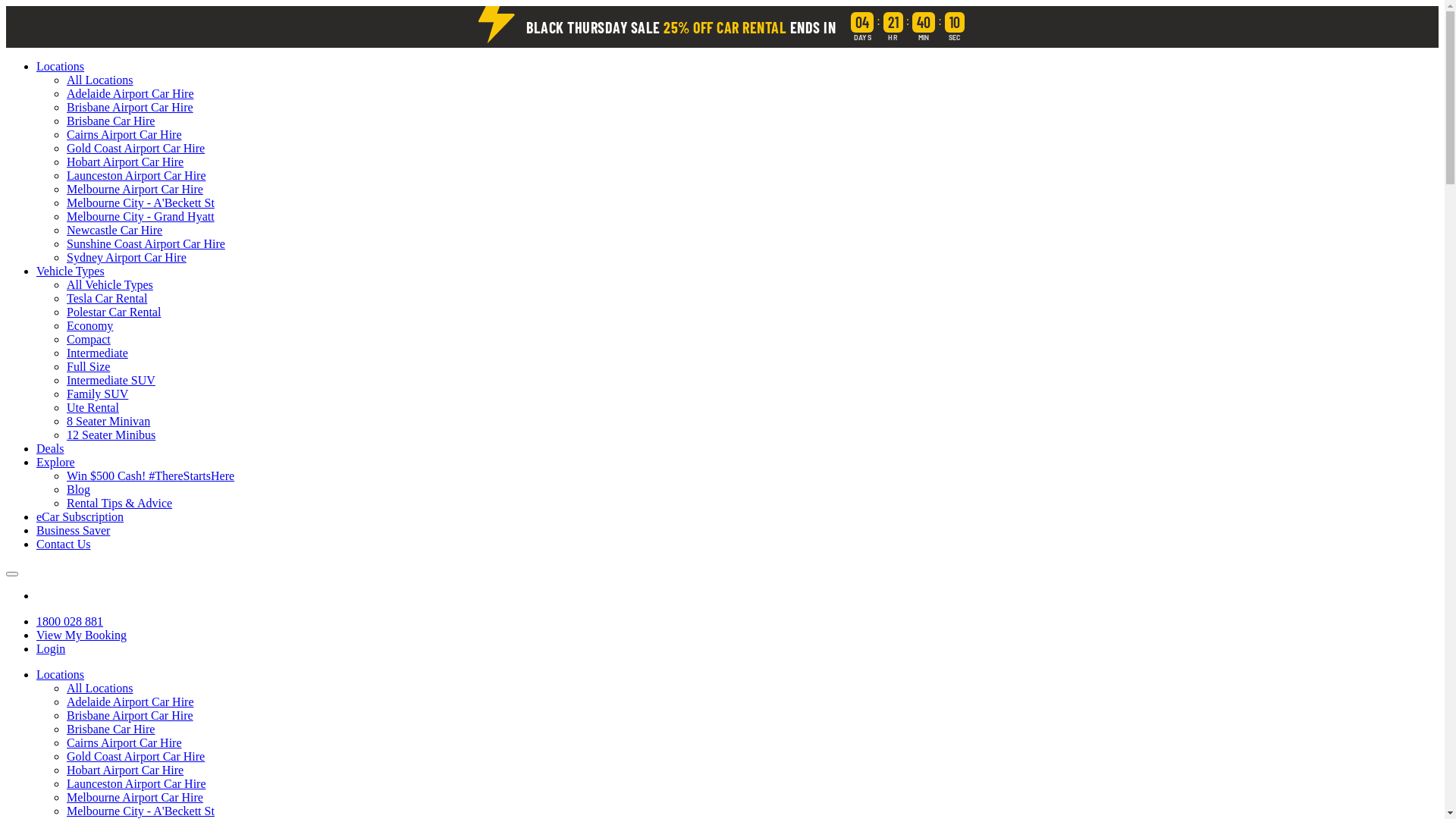 This screenshot has height=819, width=1456. I want to click on 'All Locations', so click(99, 688).